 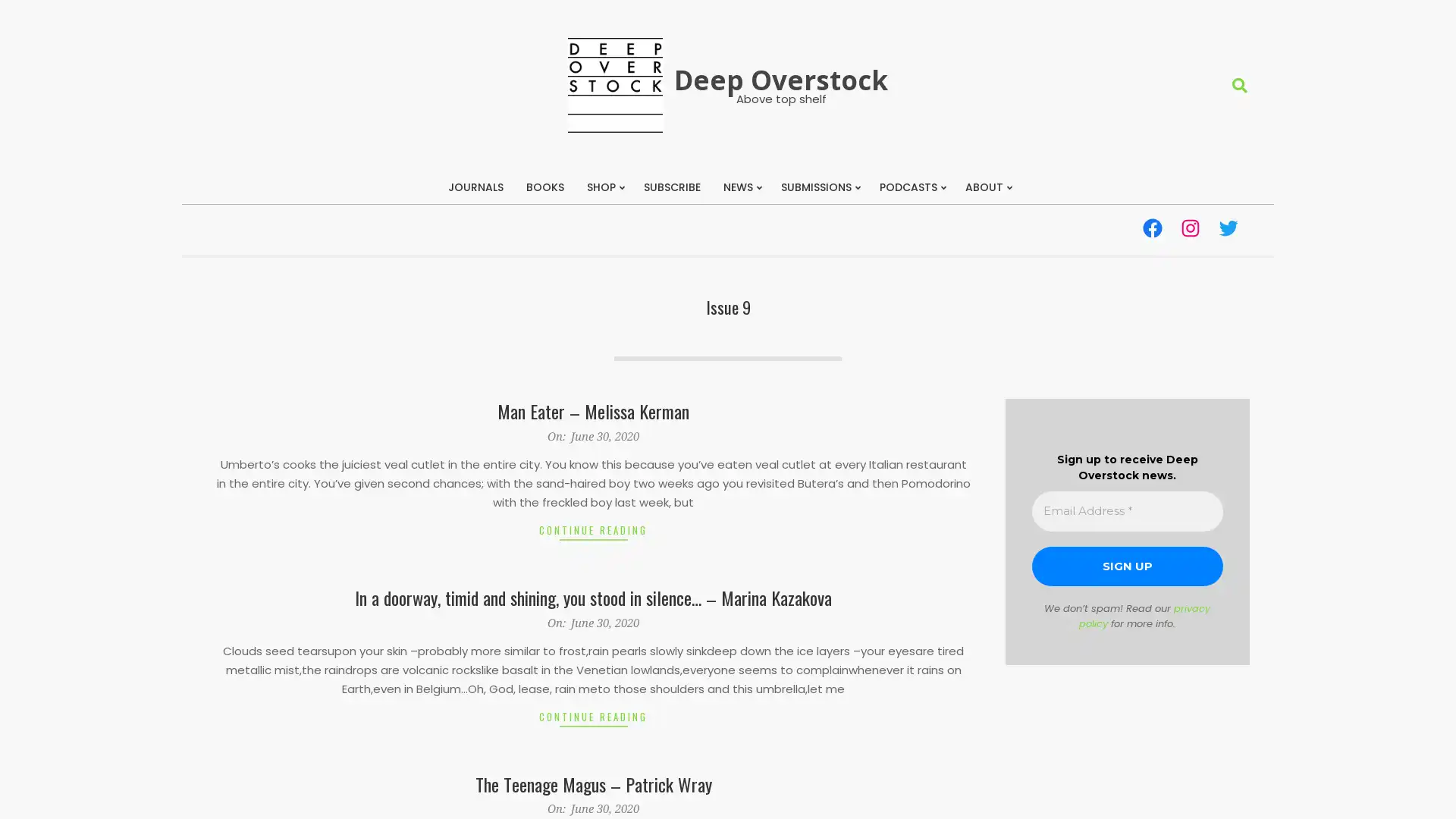 I want to click on Sign up, so click(x=1127, y=566).